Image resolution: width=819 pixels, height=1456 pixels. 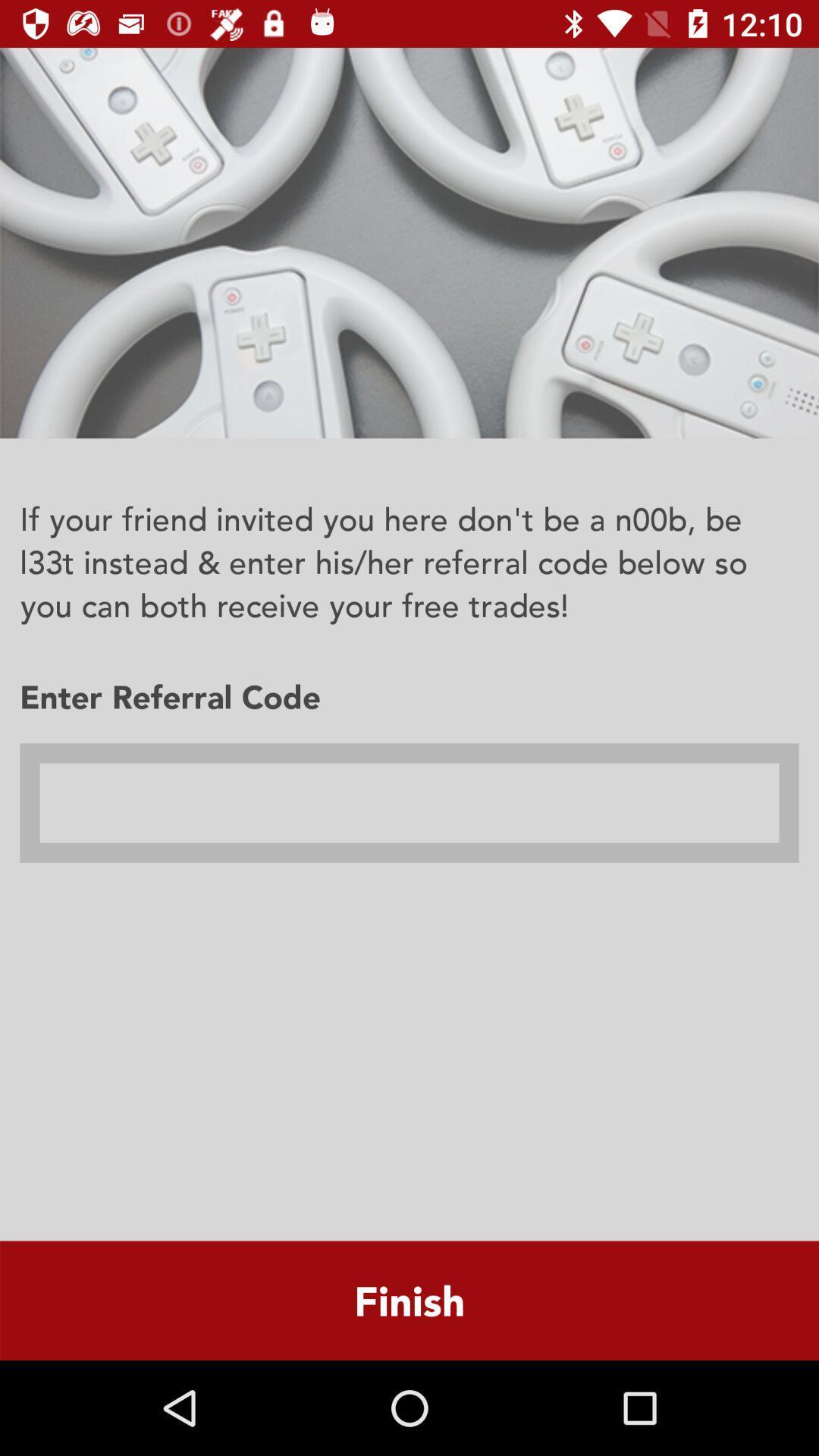 What do you see at coordinates (409, 1300) in the screenshot?
I see `finish` at bounding box center [409, 1300].